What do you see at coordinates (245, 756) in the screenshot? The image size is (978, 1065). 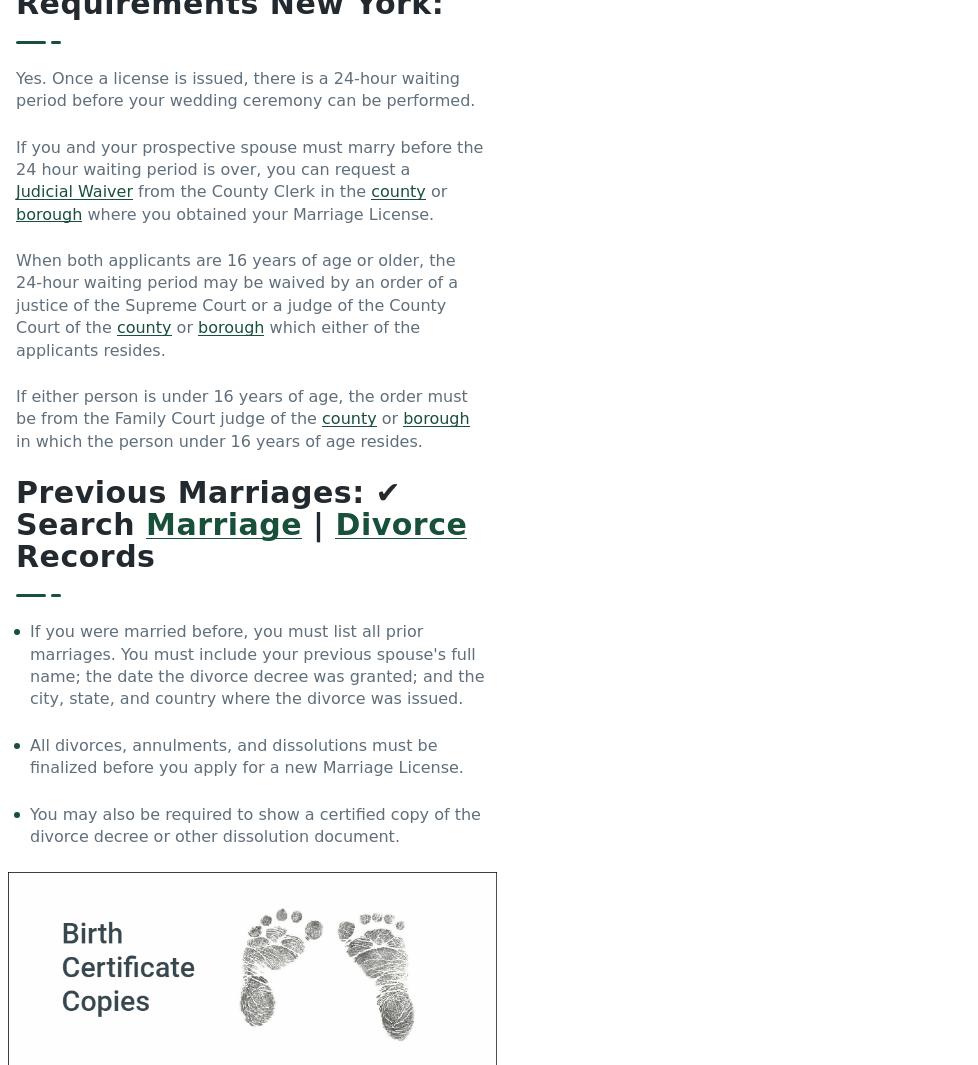 I see `'All divorces, annulments, and dissolutions must be finalized before you apply for a new Marriage License.'` at bounding box center [245, 756].